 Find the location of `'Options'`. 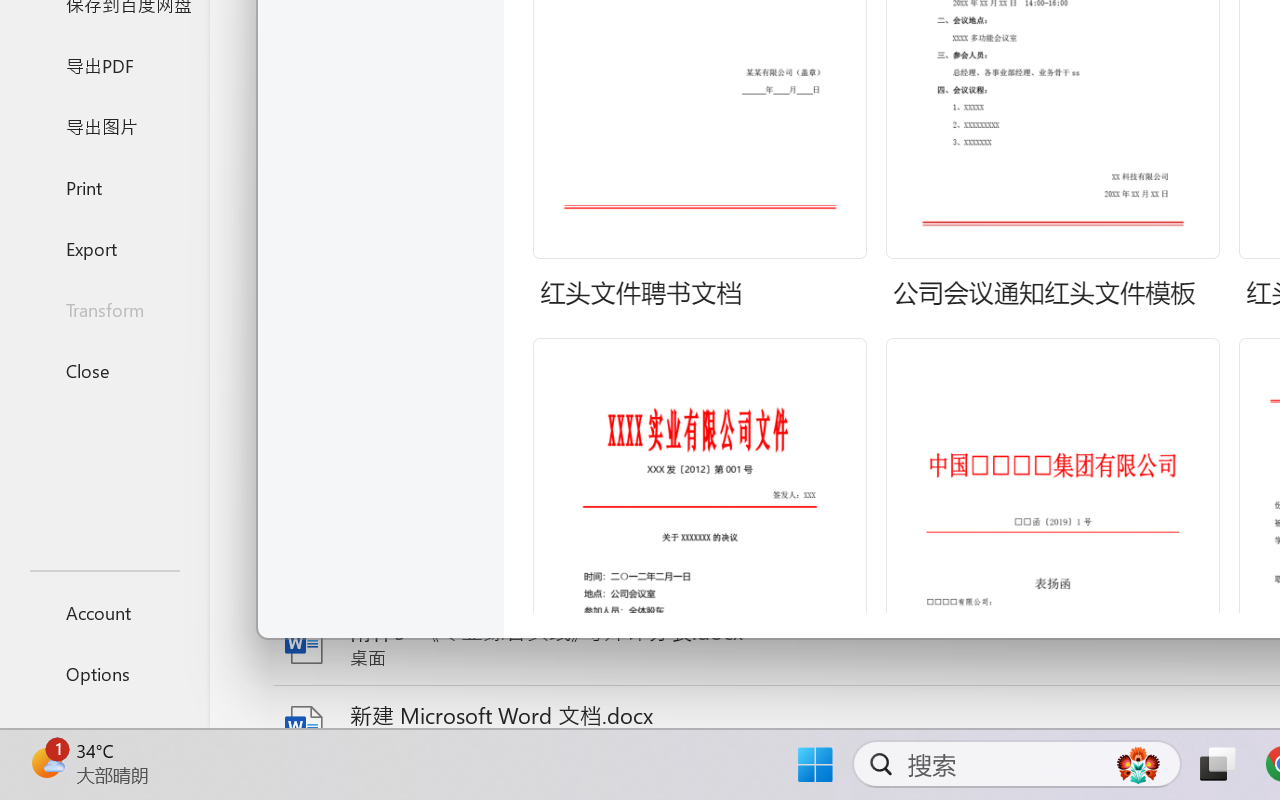

'Options' is located at coordinates (103, 673).